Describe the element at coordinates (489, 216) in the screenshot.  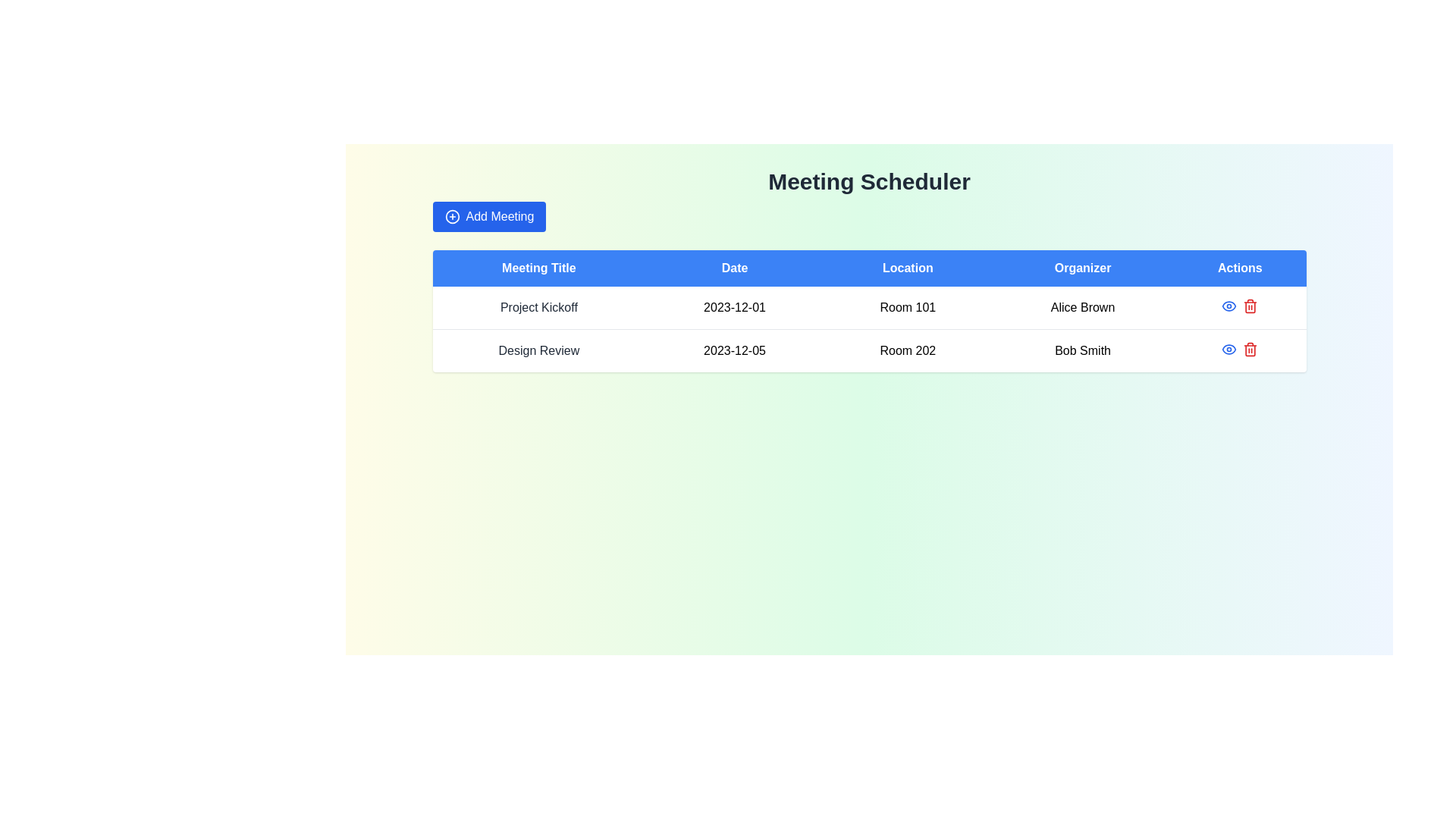
I see `the blue 'Add Meeting' button with the text in white and a '+' icon, located below 'Meeting Scheduler'` at that location.